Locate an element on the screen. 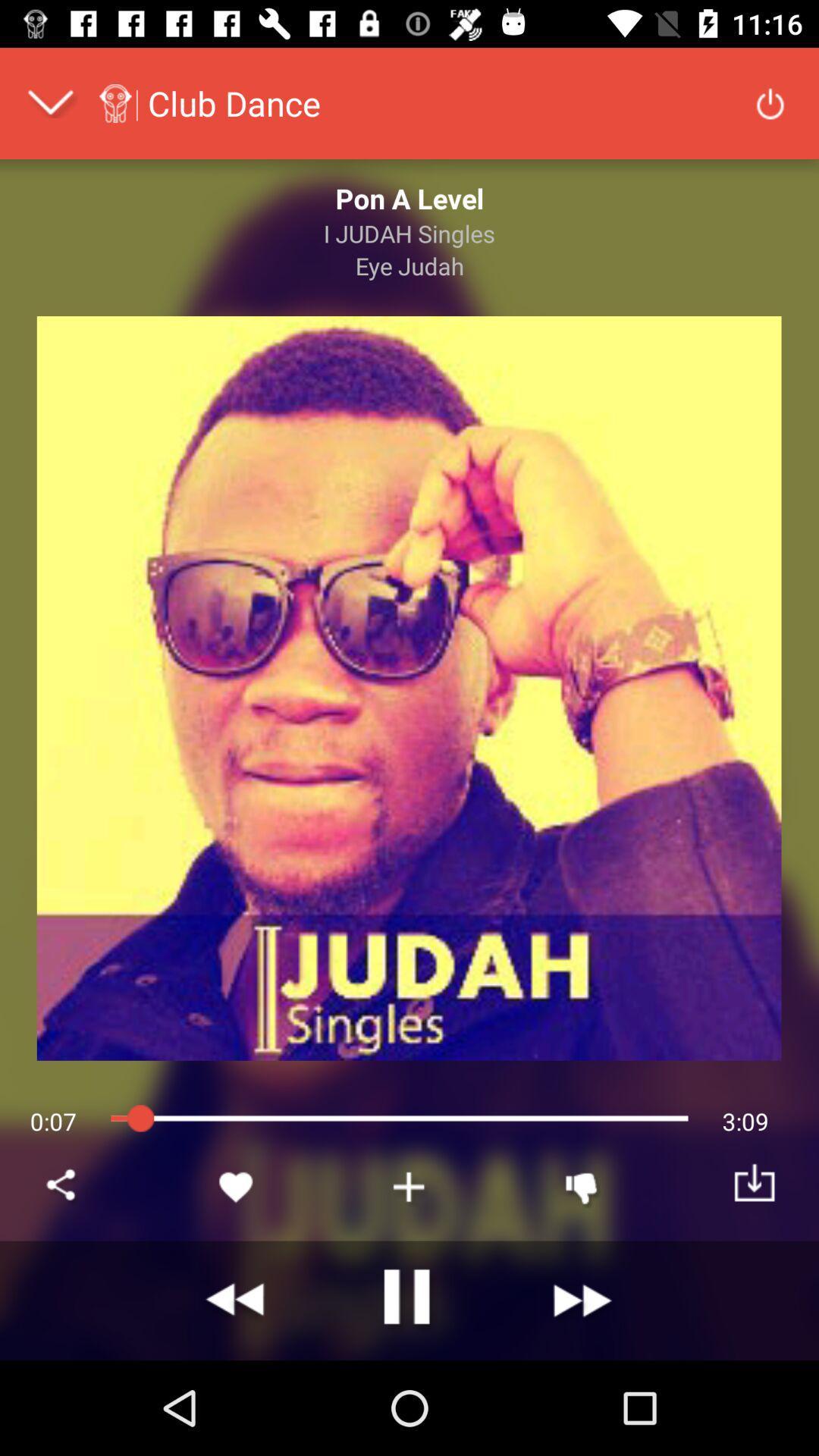 Image resolution: width=819 pixels, height=1456 pixels. music list is located at coordinates (409, 1186).